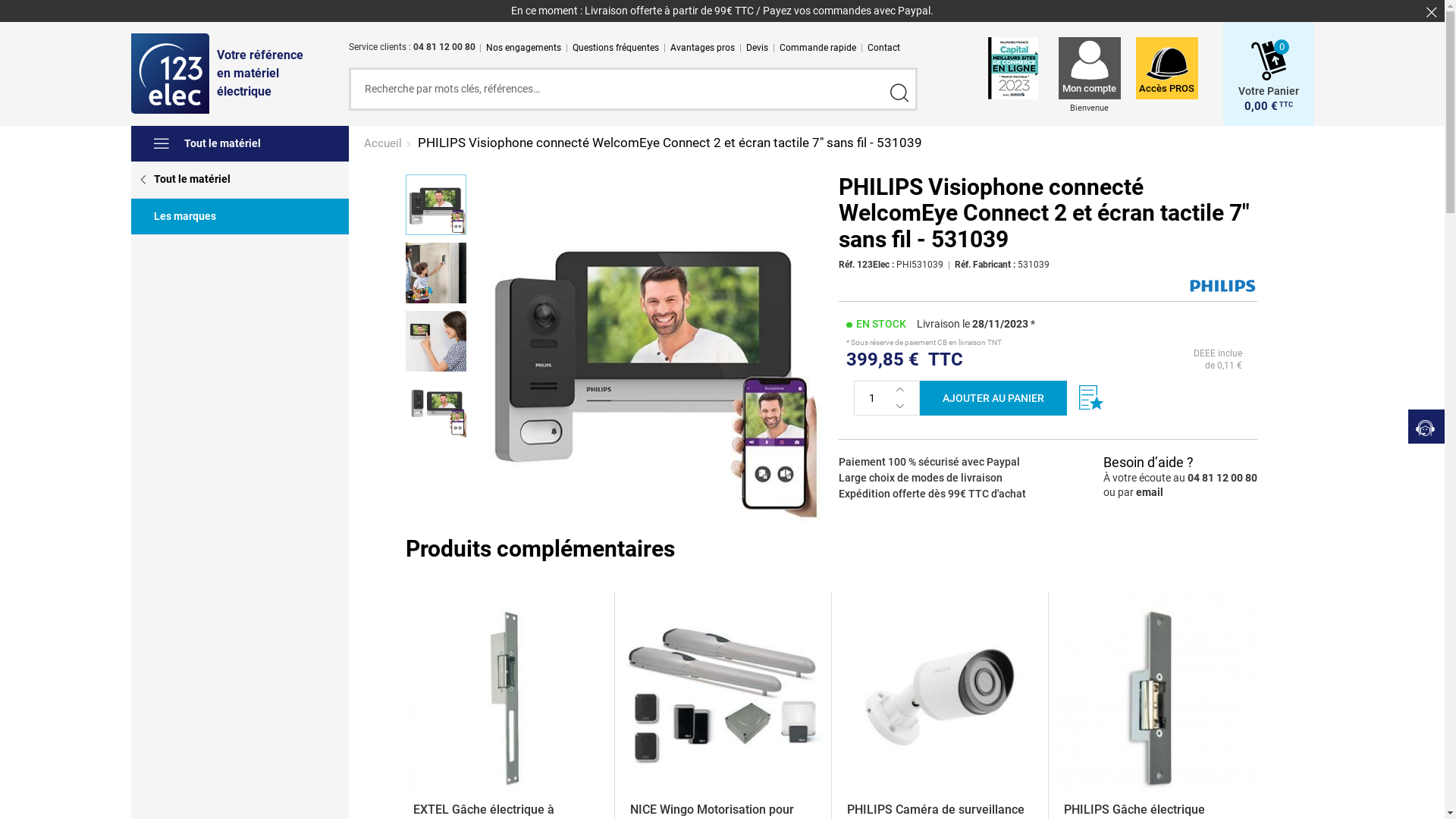 The height and width of the screenshot is (819, 1456). I want to click on 'email', so click(1135, 491).